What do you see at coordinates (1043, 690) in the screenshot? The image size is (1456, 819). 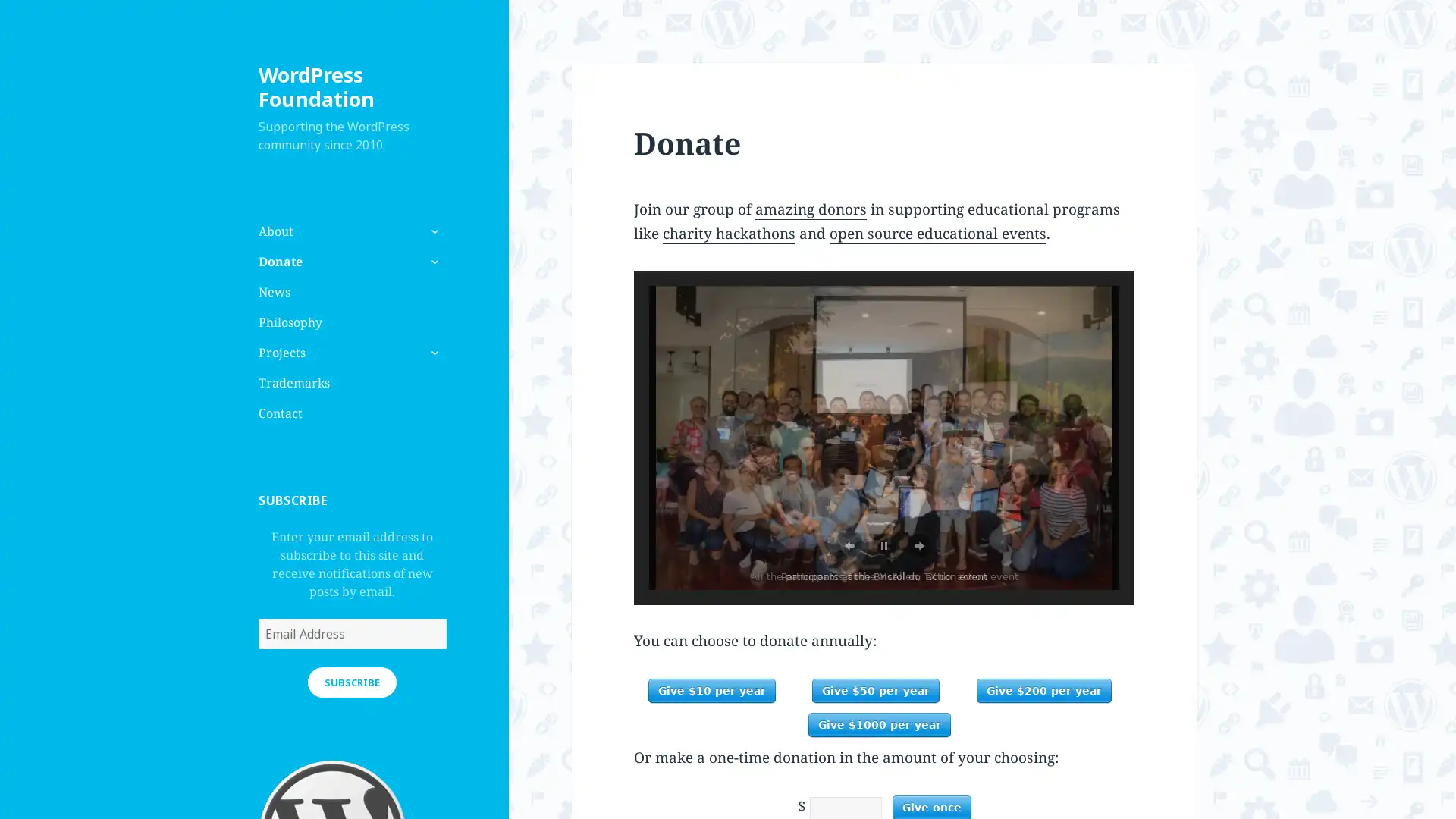 I see `Give $200 per year` at bounding box center [1043, 690].